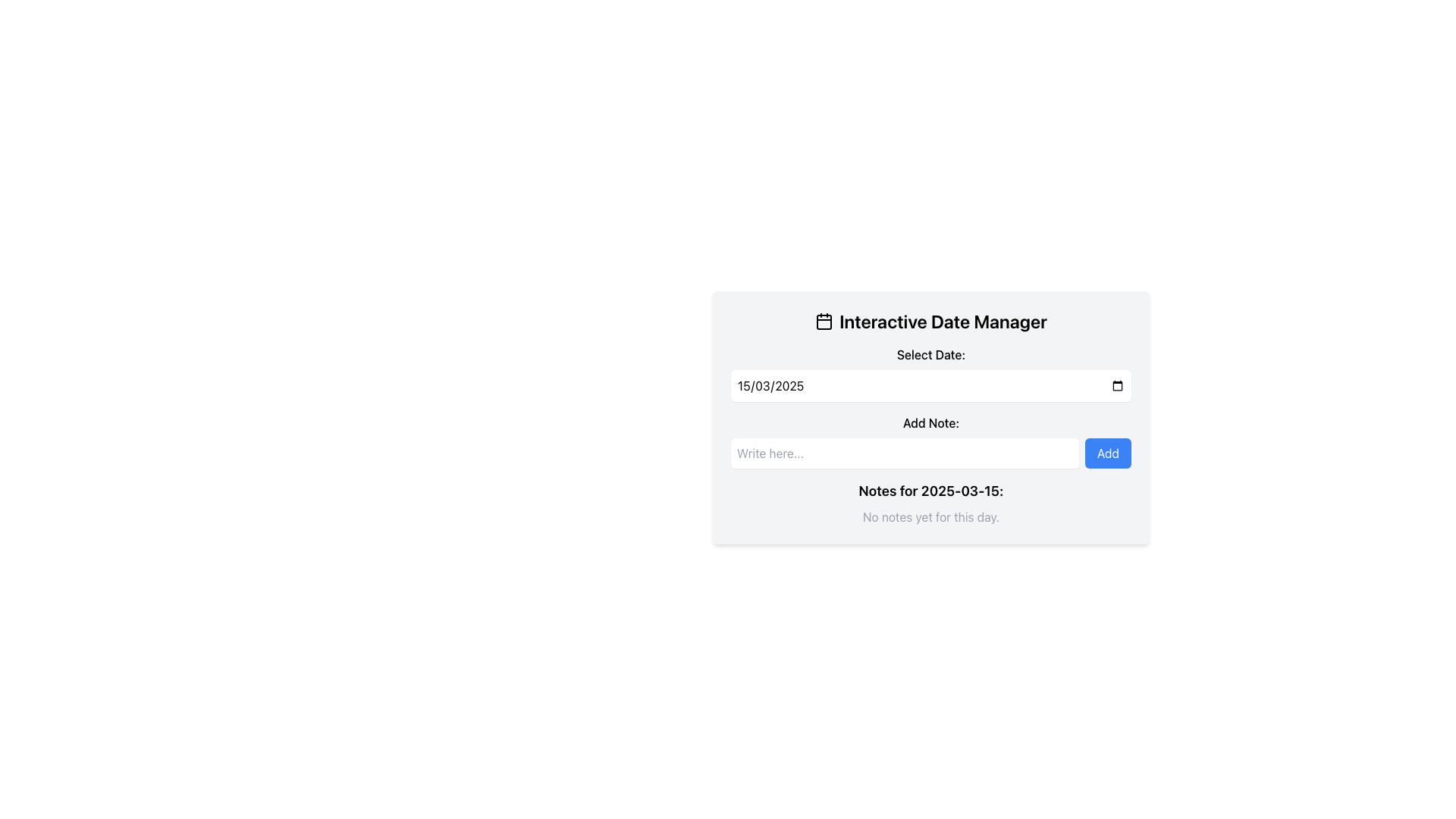 The height and width of the screenshot is (819, 1456). Describe the element at coordinates (930, 491) in the screenshot. I see `the title text element indicating the date 2025-03-15, which is located within the 'Interactive Date Manager' section and is positioned above the gray text 'No notes yet for this day.'` at that location.